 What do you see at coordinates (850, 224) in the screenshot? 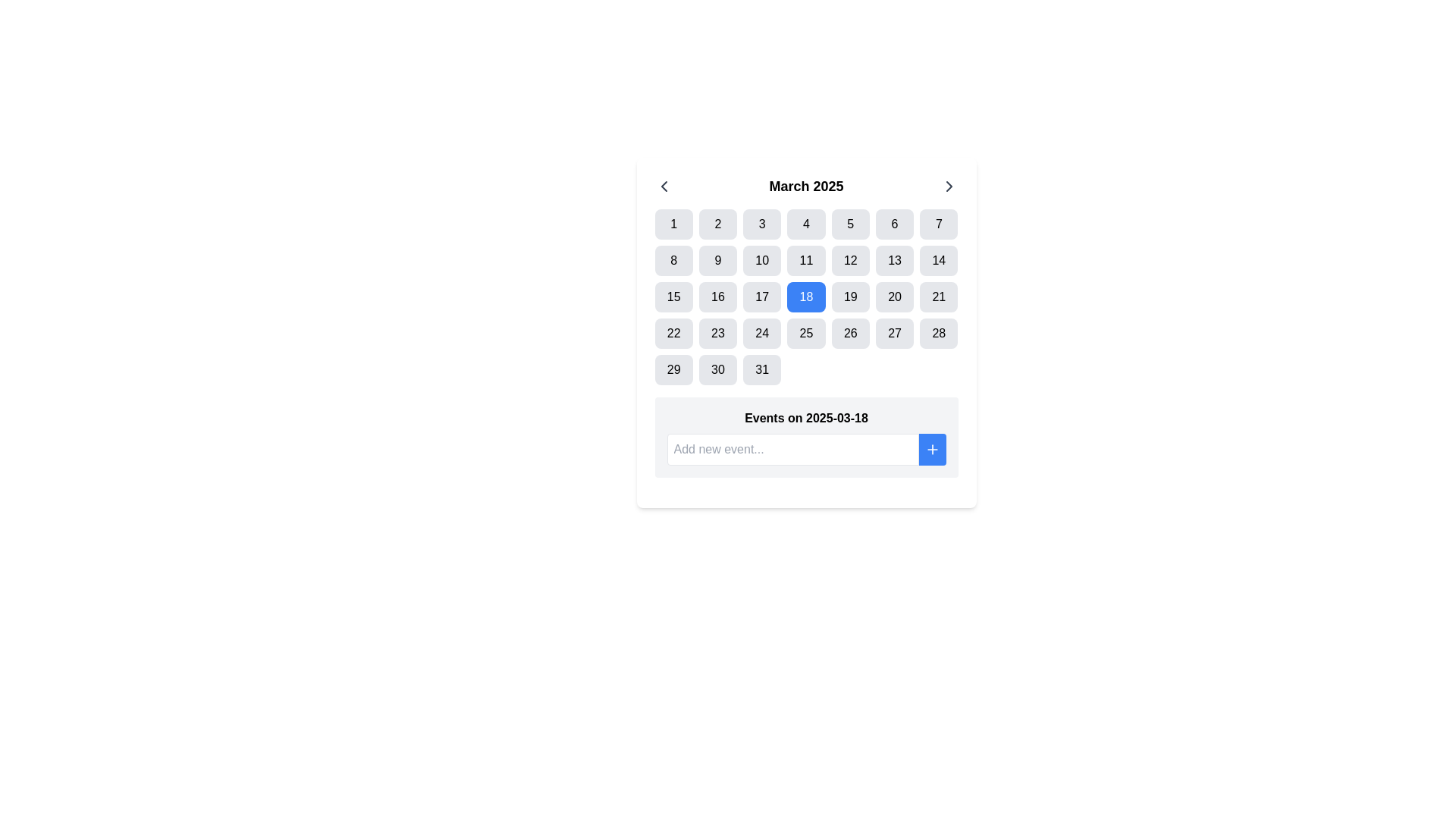
I see `the button-like interactive calendar cell displaying the numeral '5'` at bounding box center [850, 224].